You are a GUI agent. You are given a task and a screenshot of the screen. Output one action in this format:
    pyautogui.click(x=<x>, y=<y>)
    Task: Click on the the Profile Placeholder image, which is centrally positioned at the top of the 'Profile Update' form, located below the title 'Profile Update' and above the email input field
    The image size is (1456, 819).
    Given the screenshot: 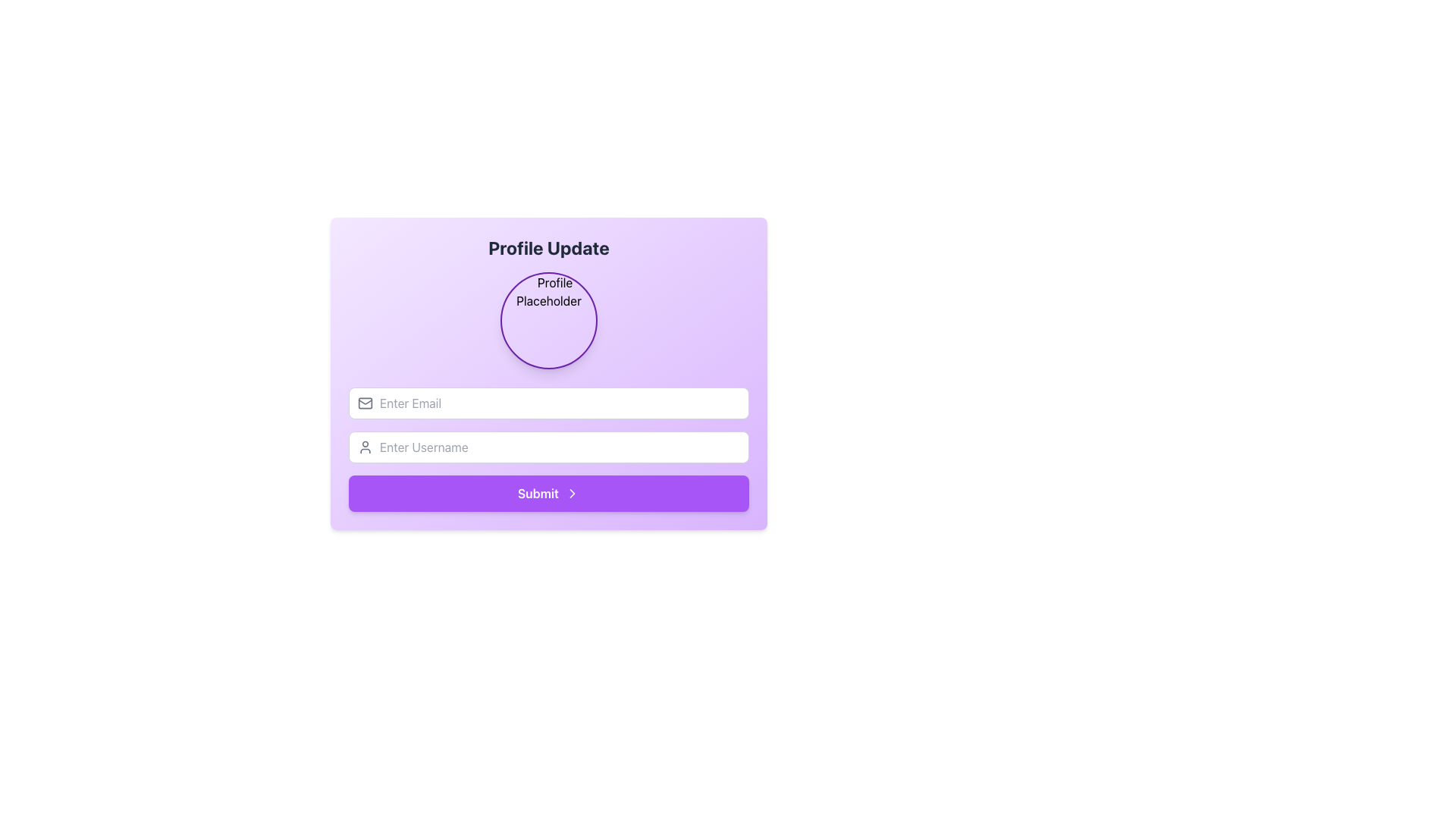 What is the action you would take?
    pyautogui.click(x=548, y=320)
    